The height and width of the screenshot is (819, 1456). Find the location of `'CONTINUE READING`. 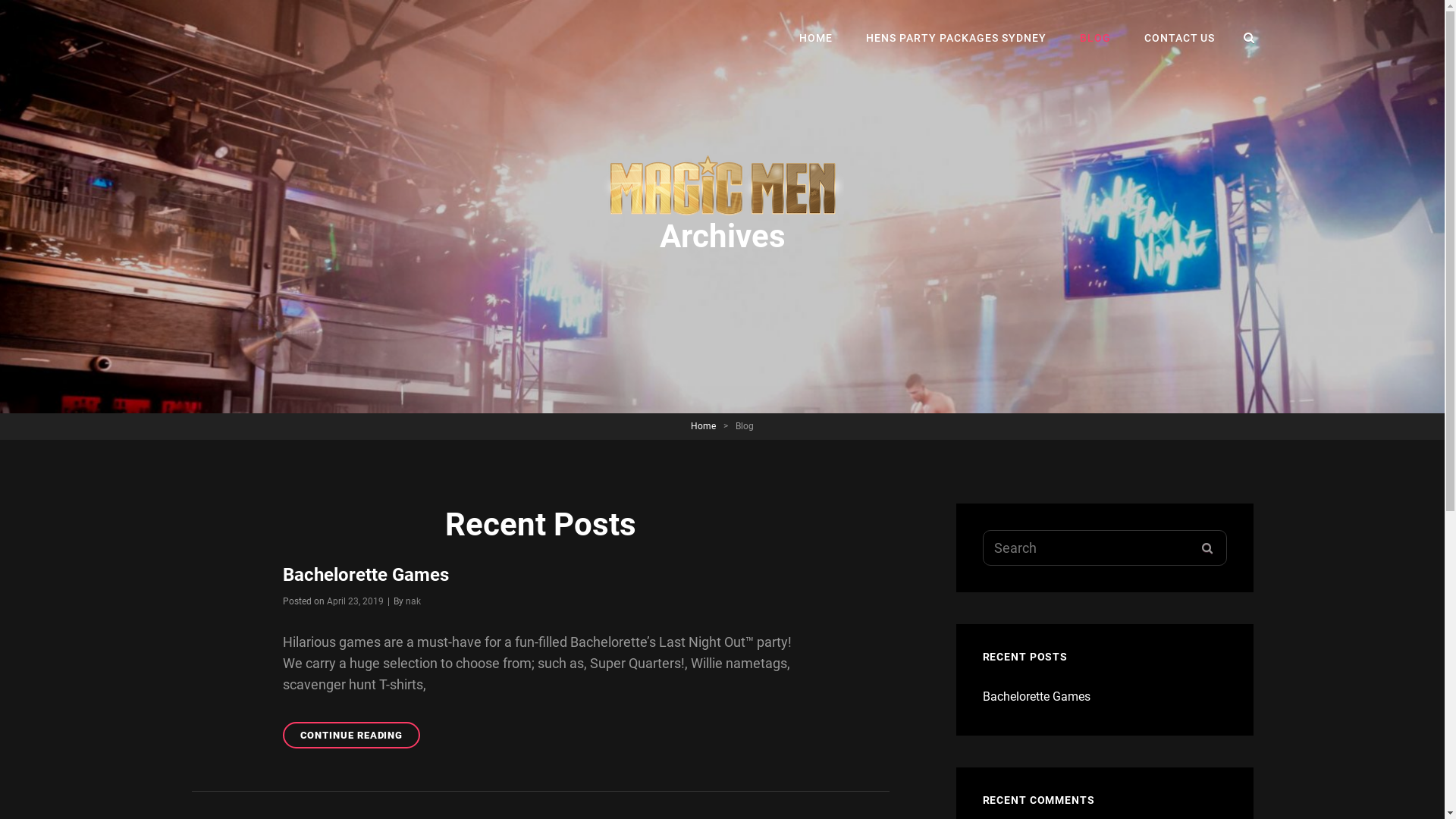

'CONTINUE READING is located at coordinates (282, 734).